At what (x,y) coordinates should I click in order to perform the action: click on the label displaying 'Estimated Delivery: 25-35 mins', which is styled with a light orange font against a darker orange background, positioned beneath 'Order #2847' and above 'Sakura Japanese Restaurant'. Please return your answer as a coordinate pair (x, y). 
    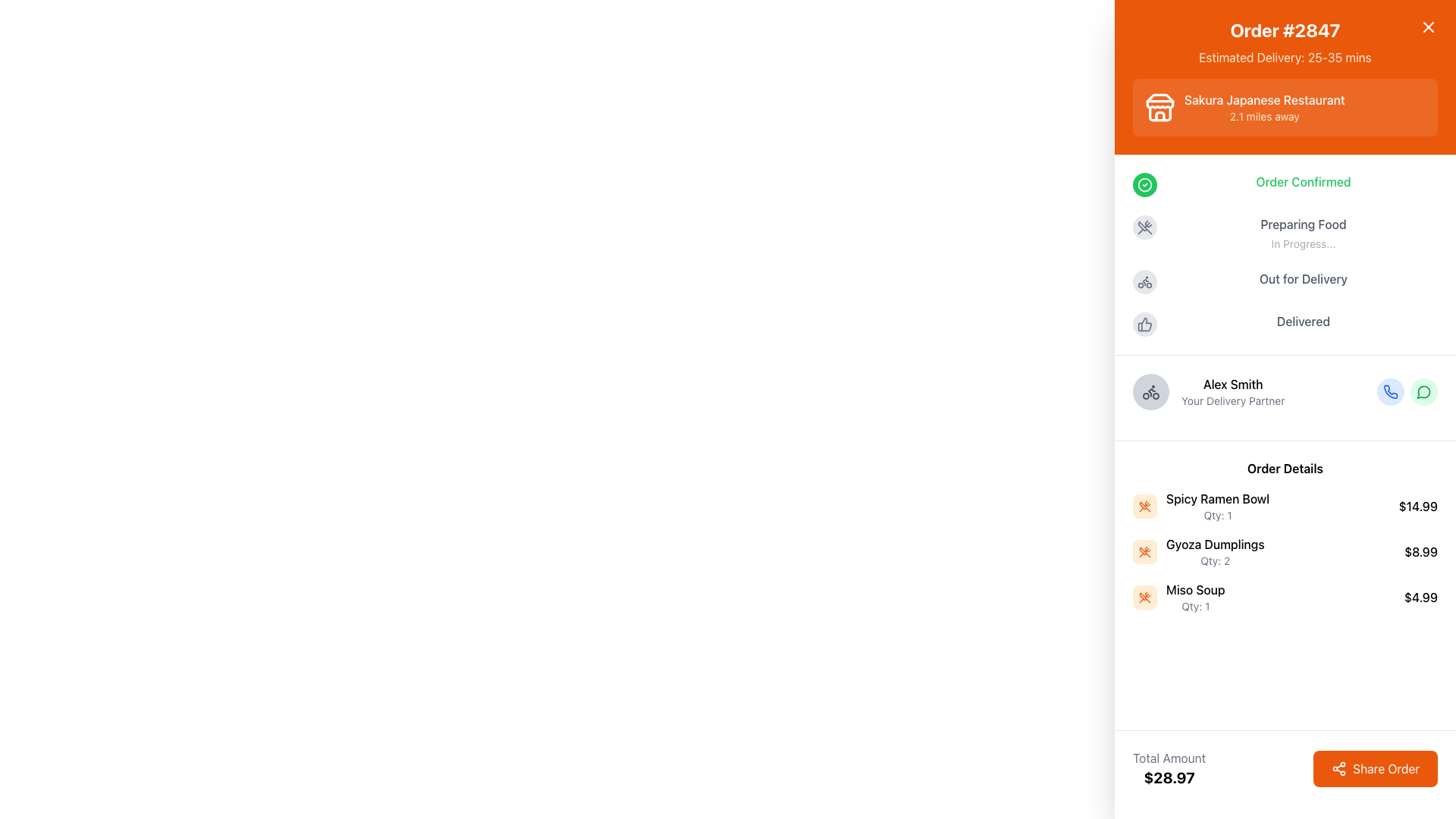
    Looking at the image, I should click on (1284, 57).